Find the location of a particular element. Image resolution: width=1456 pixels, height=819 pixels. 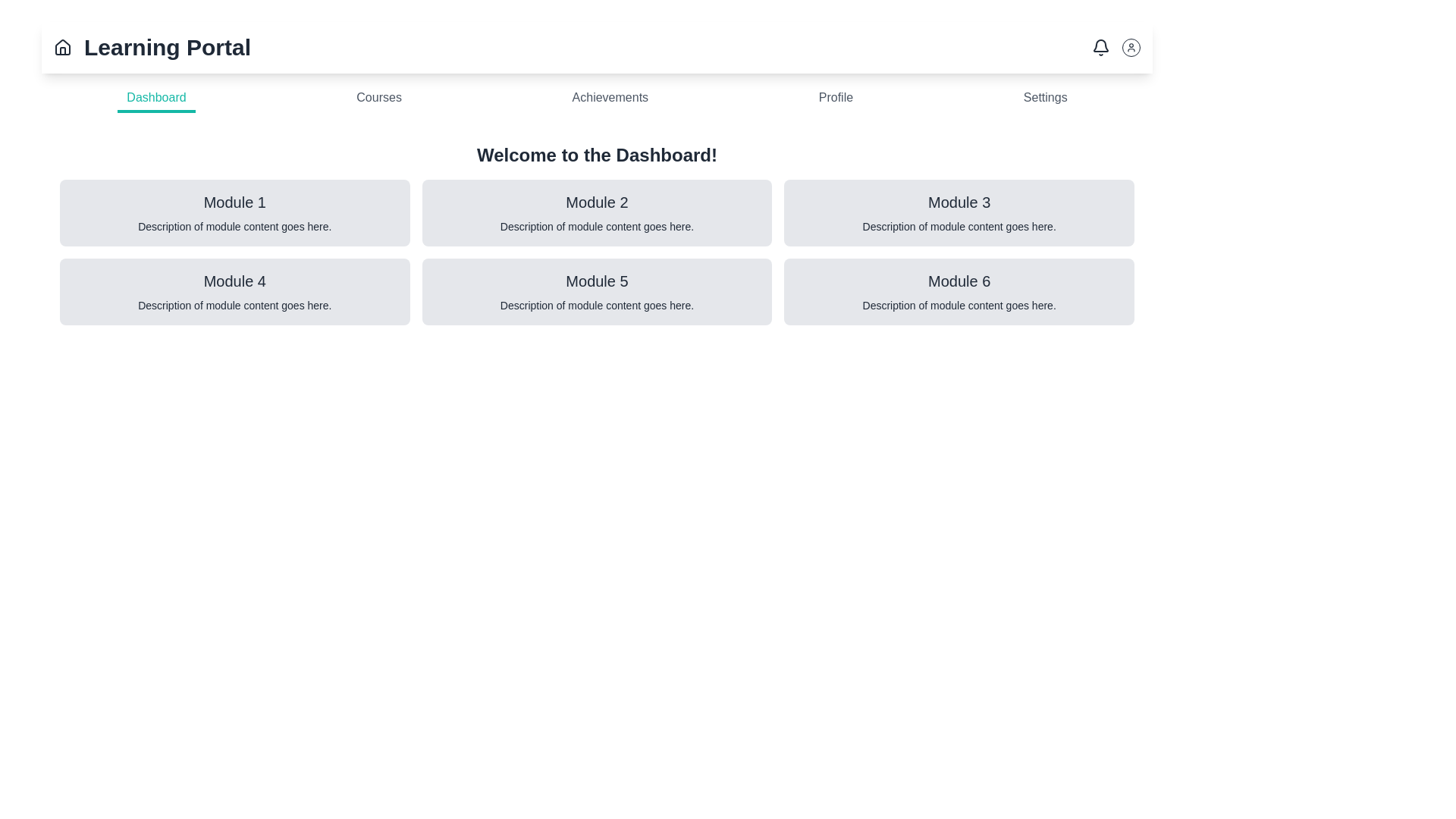

the 'home' or 'dashboard' icon located in the top-left corner of the interface beside the 'Learning Portal' title is located at coordinates (61, 45).